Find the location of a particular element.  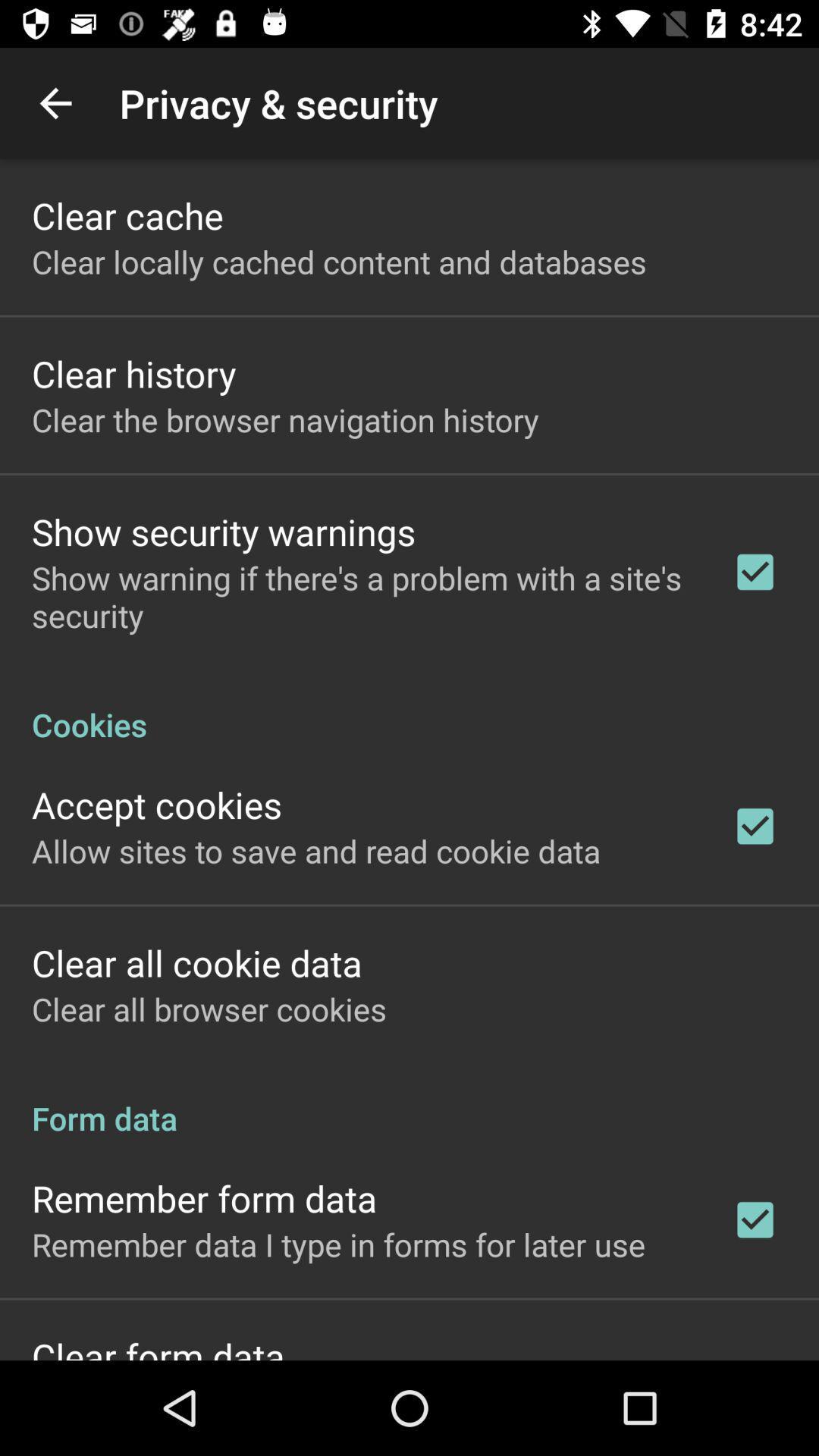

icon above the cookies app is located at coordinates (362, 595).